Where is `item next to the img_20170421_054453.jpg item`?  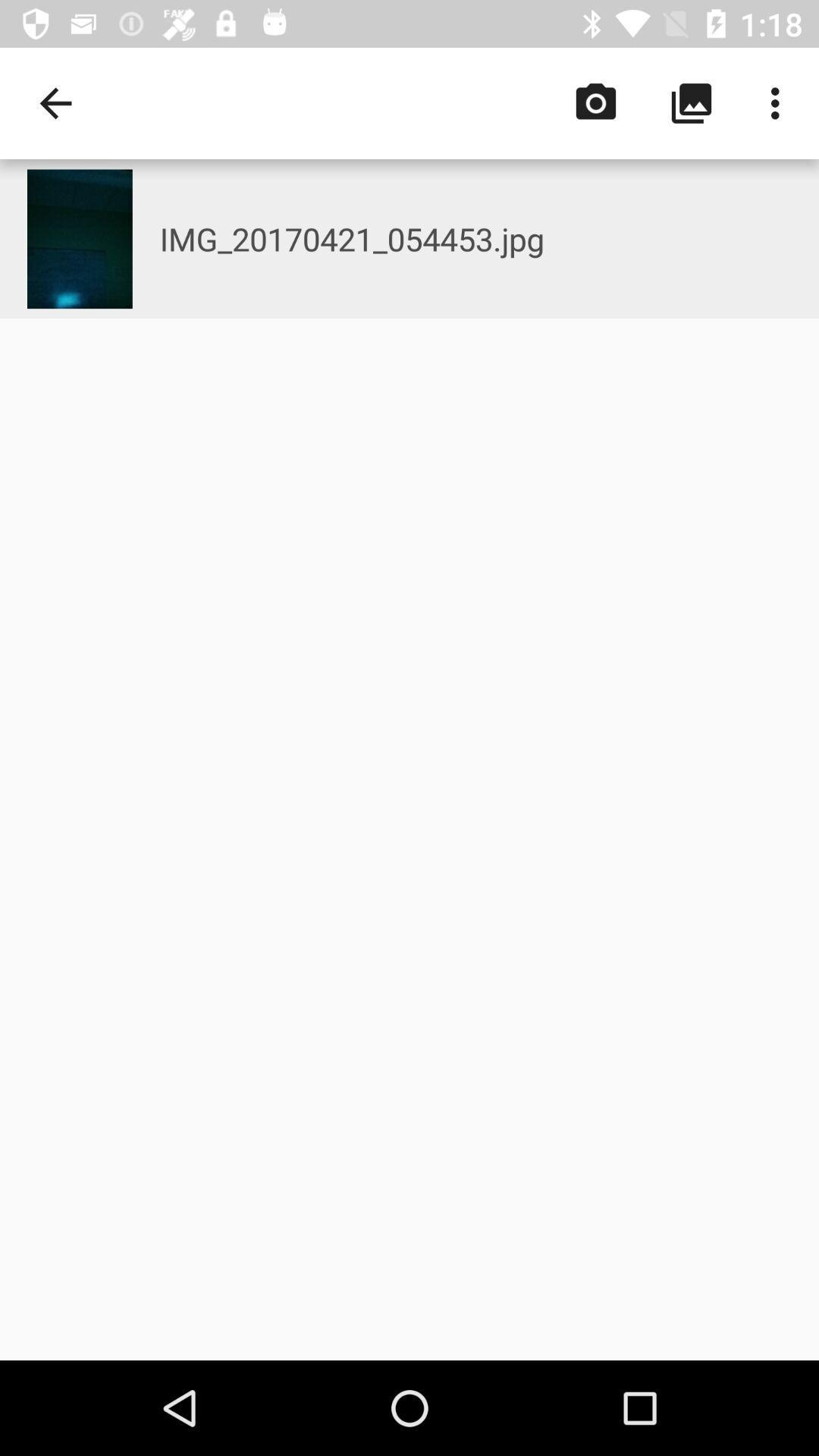
item next to the img_20170421_054453.jpg item is located at coordinates (55, 102).